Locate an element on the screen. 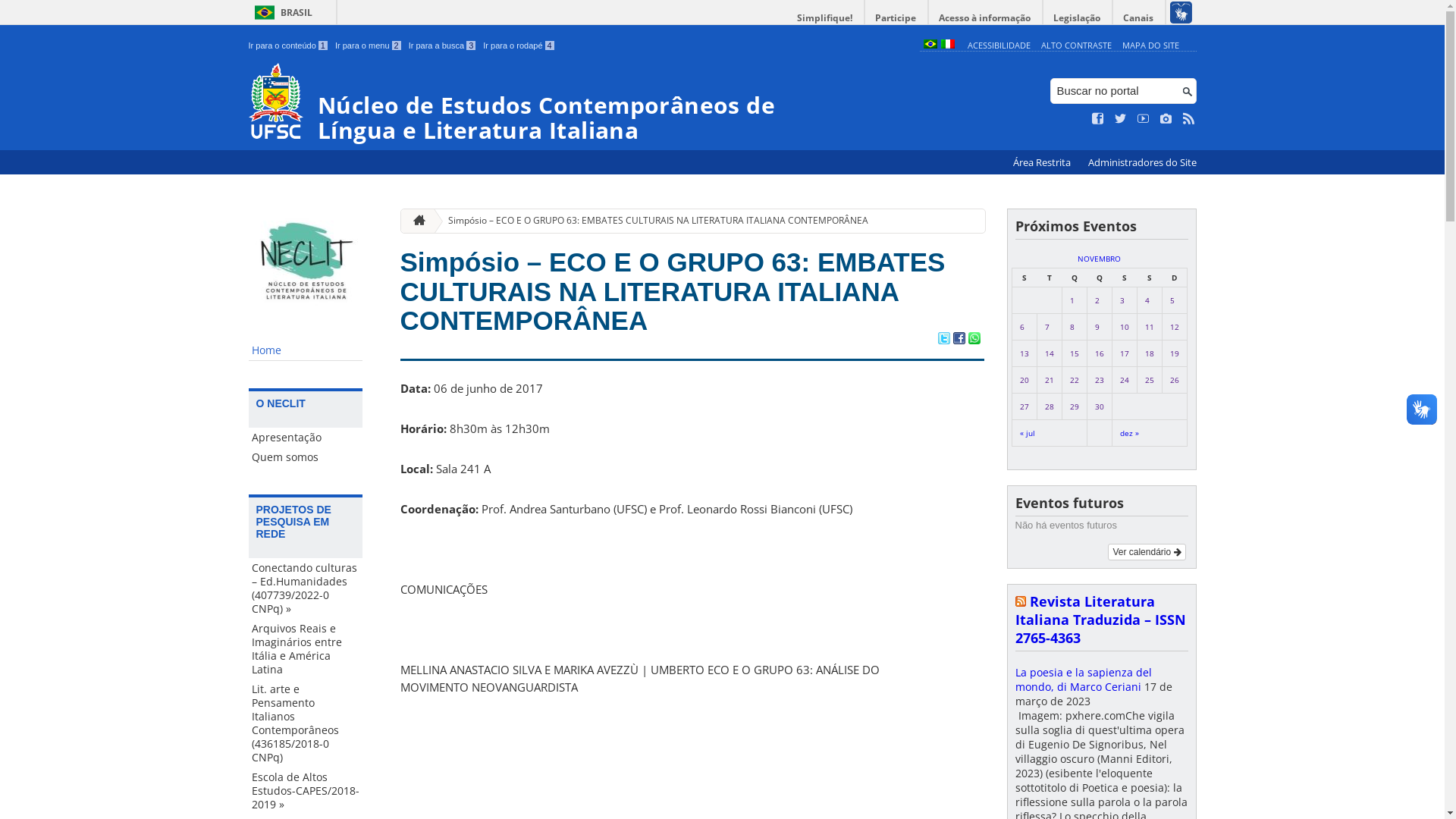 Image resolution: width=1456 pixels, height=819 pixels. 'BRASIL' is located at coordinates (281, 12).